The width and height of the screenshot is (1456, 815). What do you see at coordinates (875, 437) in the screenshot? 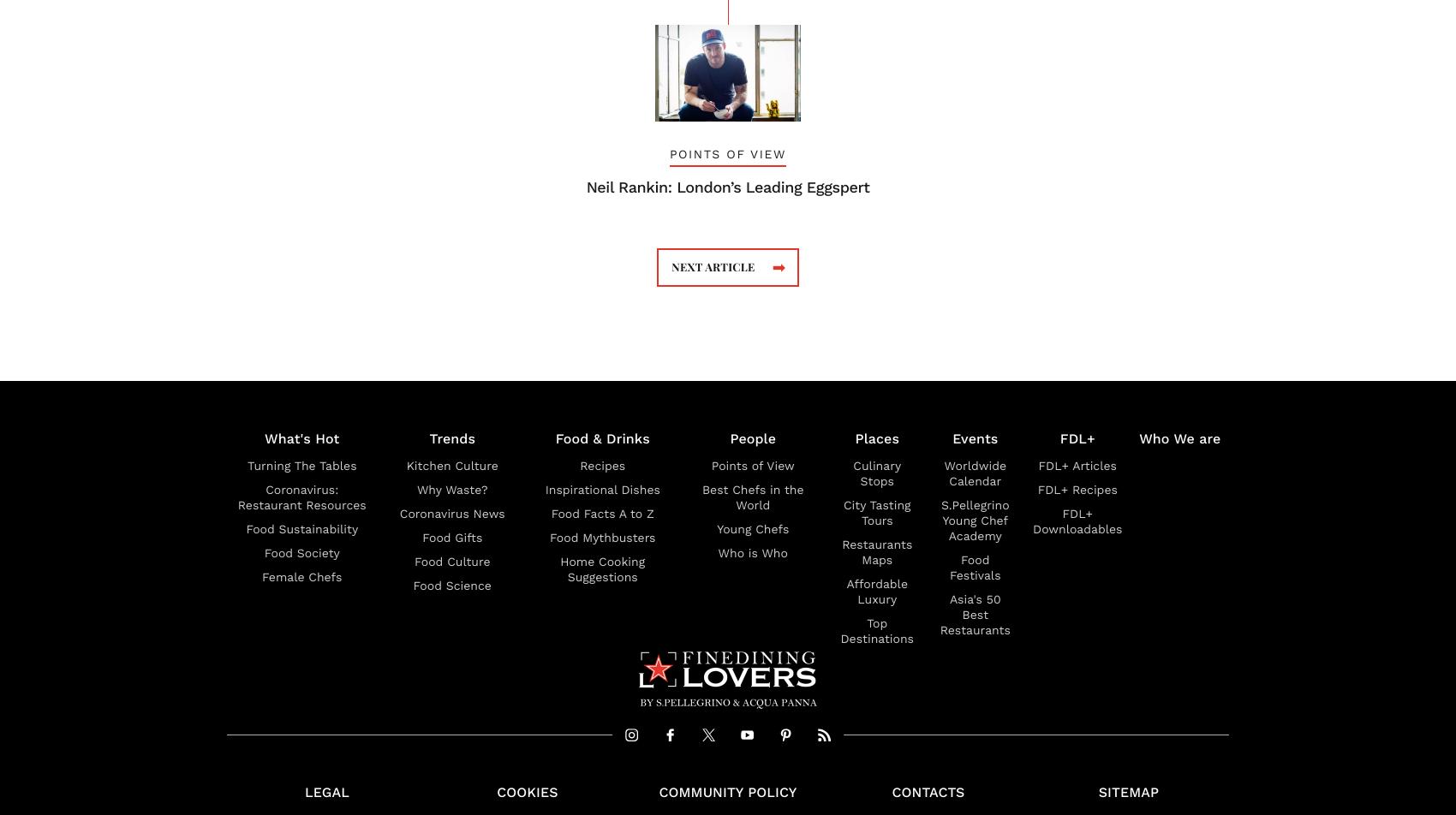
I see `'Places'` at bounding box center [875, 437].